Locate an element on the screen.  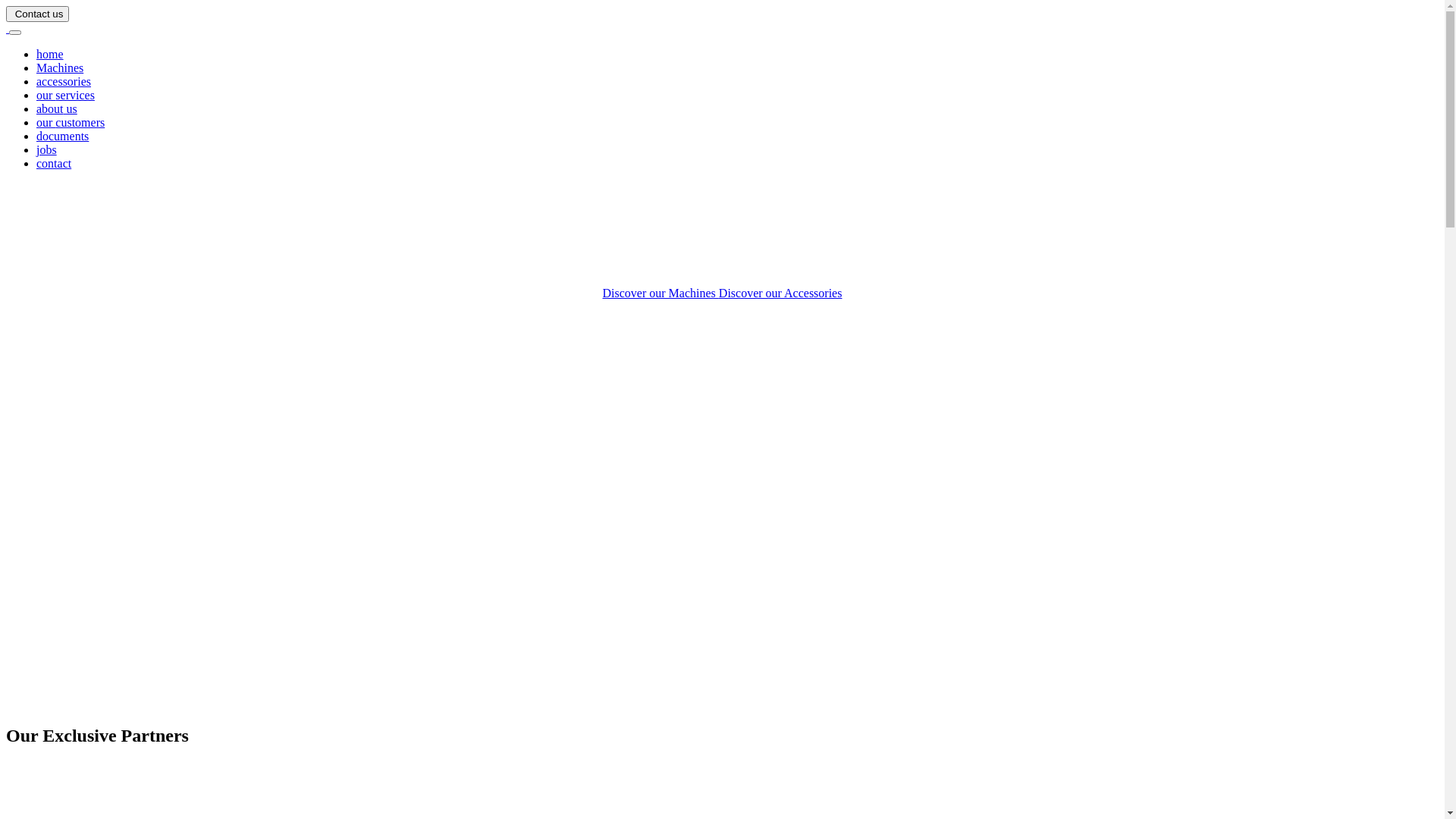
'Discover our Machines' is located at coordinates (661, 293).